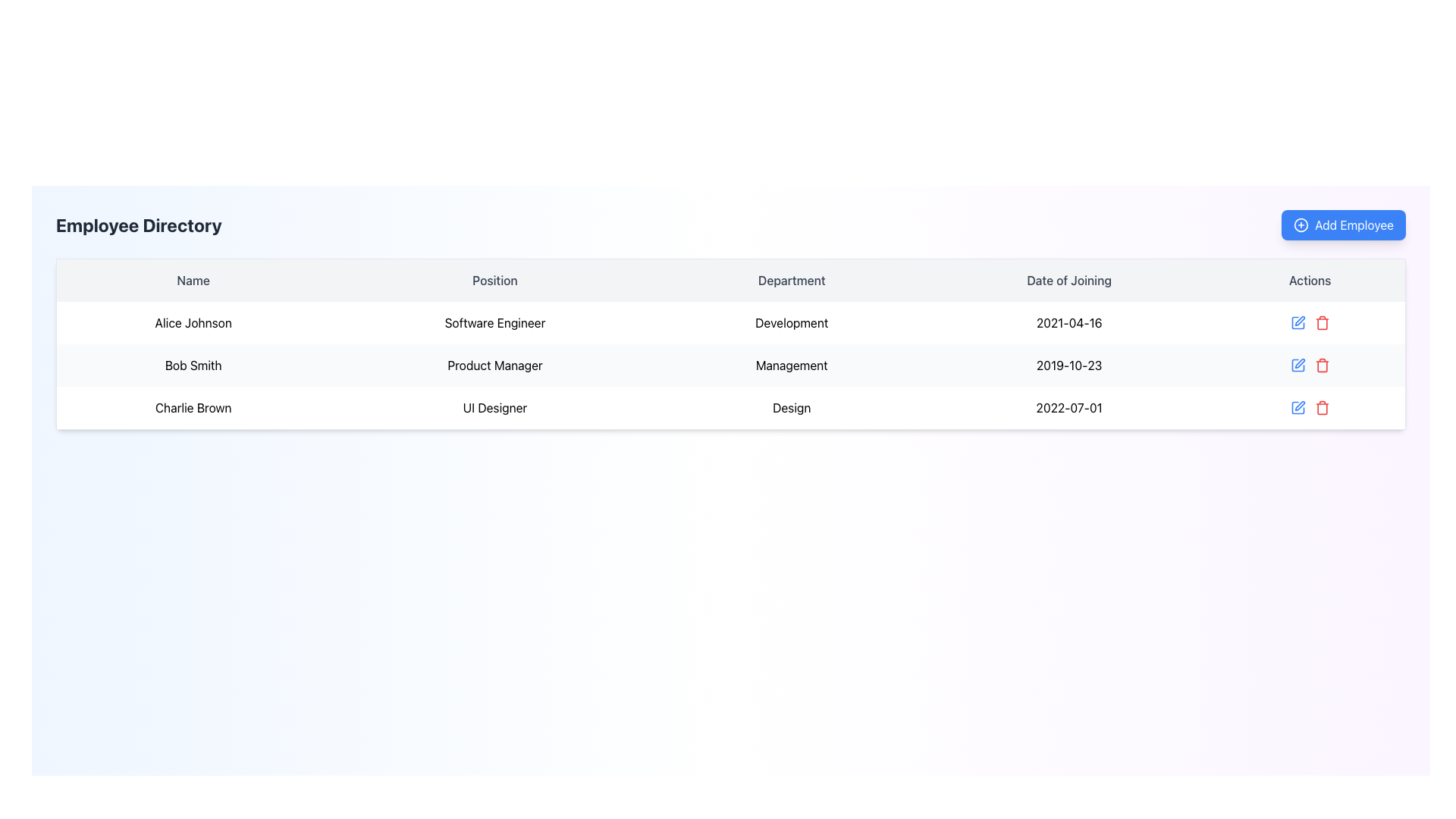  I want to click on the text label element displaying 'Development' in the third column of the table row for 'Alice Johnson', so click(791, 322).